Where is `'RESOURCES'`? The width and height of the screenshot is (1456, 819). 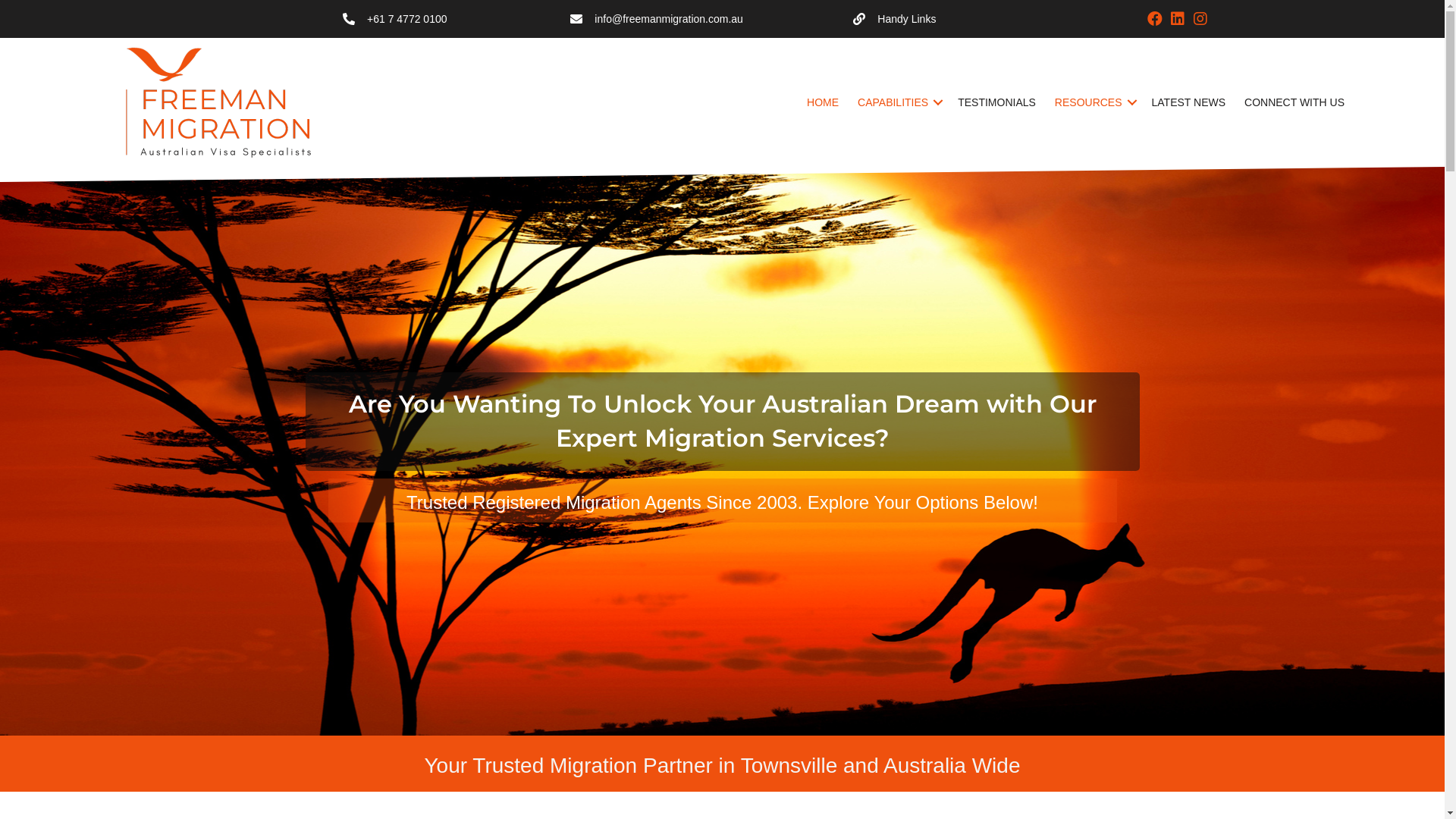 'RESOURCES' is located at coordinates (1094, 102).